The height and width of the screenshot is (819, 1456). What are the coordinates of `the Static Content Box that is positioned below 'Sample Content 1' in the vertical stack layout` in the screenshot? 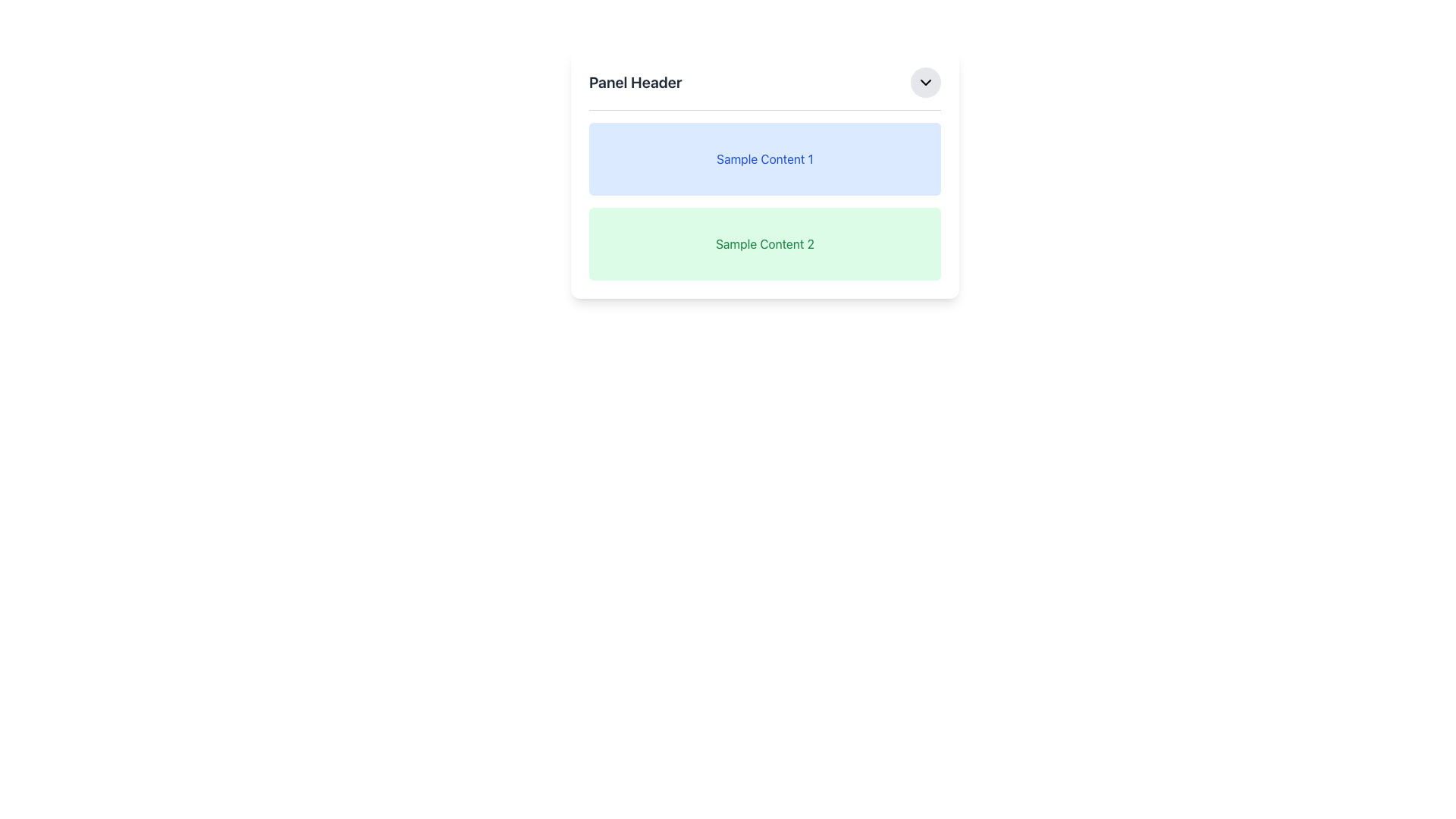 It's located at (764, 243).